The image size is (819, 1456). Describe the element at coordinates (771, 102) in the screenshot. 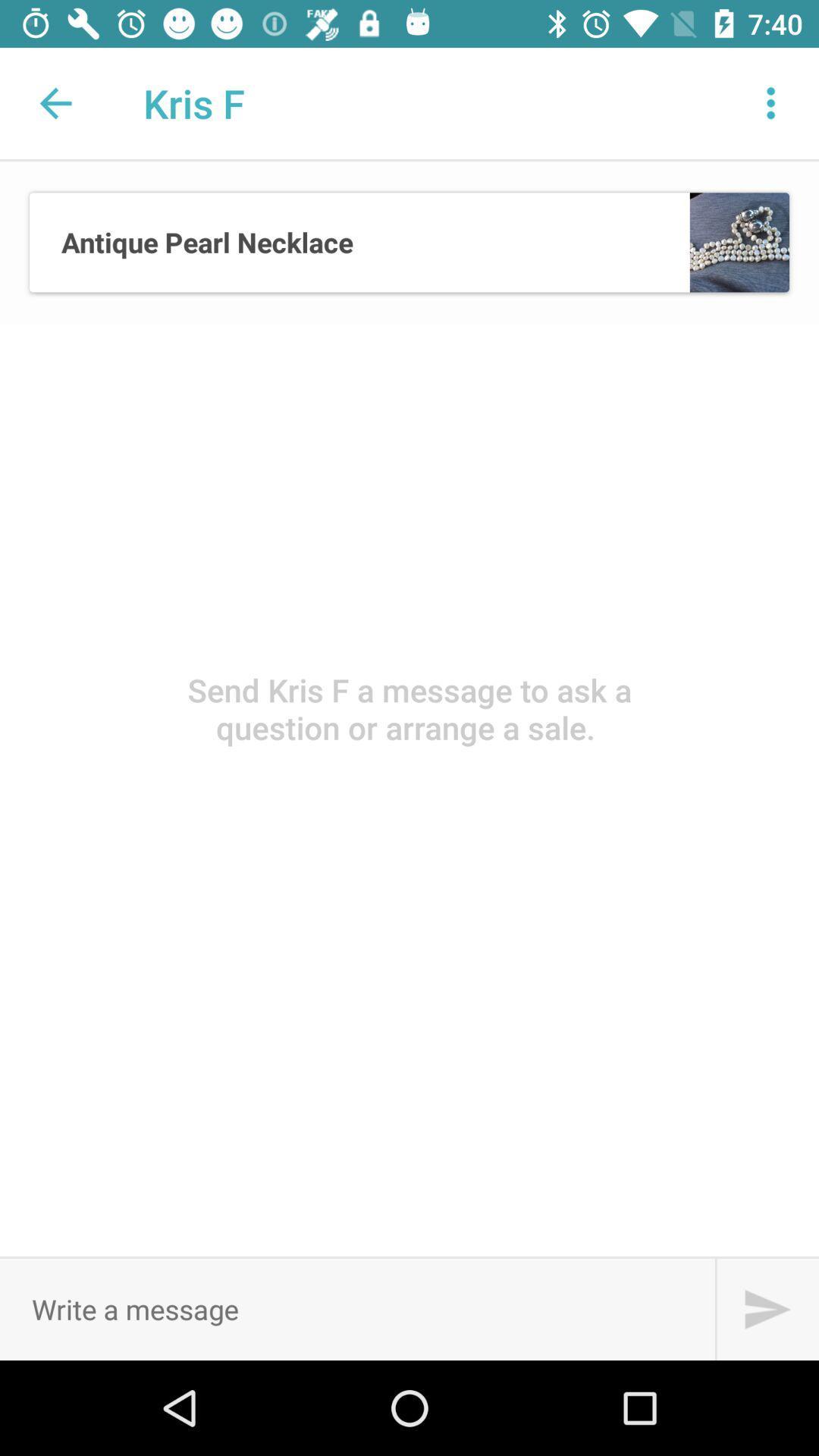

I see `it can be used to open options menu` at that location.